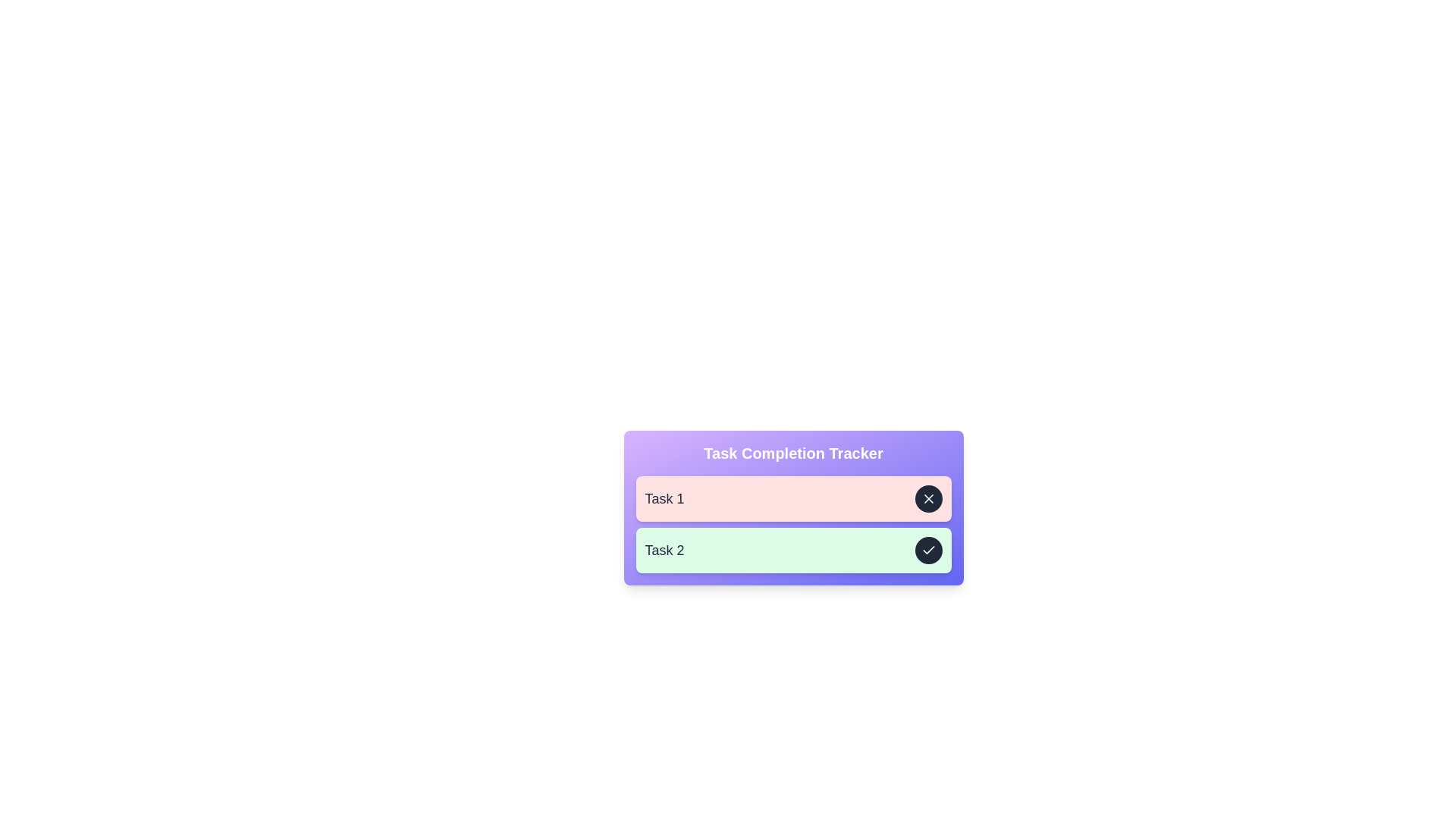 This screenshot has height=819, width=1456. Describe the element at coordinates (927, 499) in the screenshot. I see `the red 'X' icon button located on the right side of the 'Task 1' row in the task completion tracker` at that location.